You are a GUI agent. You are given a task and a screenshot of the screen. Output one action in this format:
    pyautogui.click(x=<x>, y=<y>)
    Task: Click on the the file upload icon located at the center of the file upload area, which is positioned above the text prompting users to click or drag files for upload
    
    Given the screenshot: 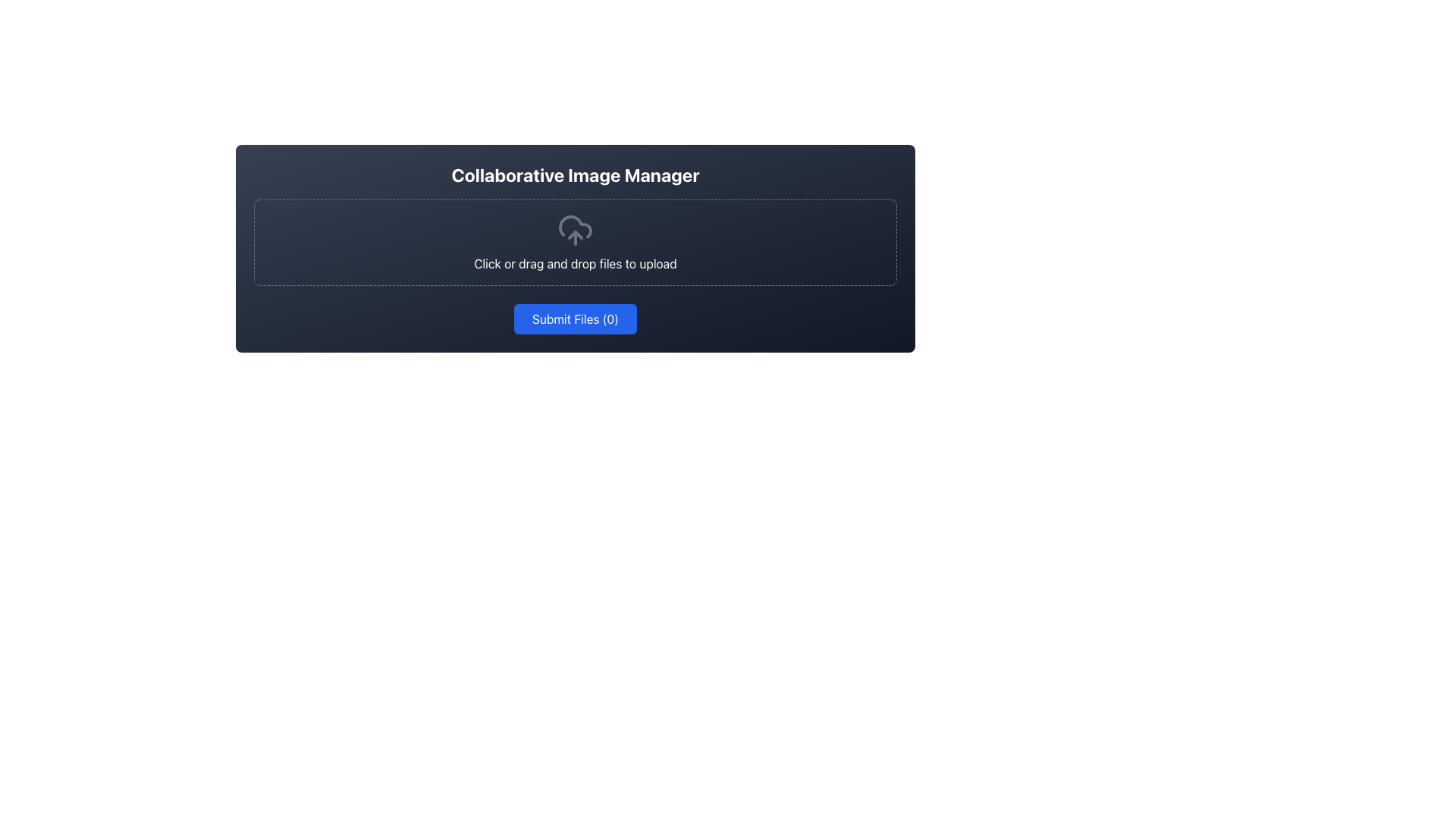 What is the action you would take?
    pyautogui.click(x=574, y=231)
    